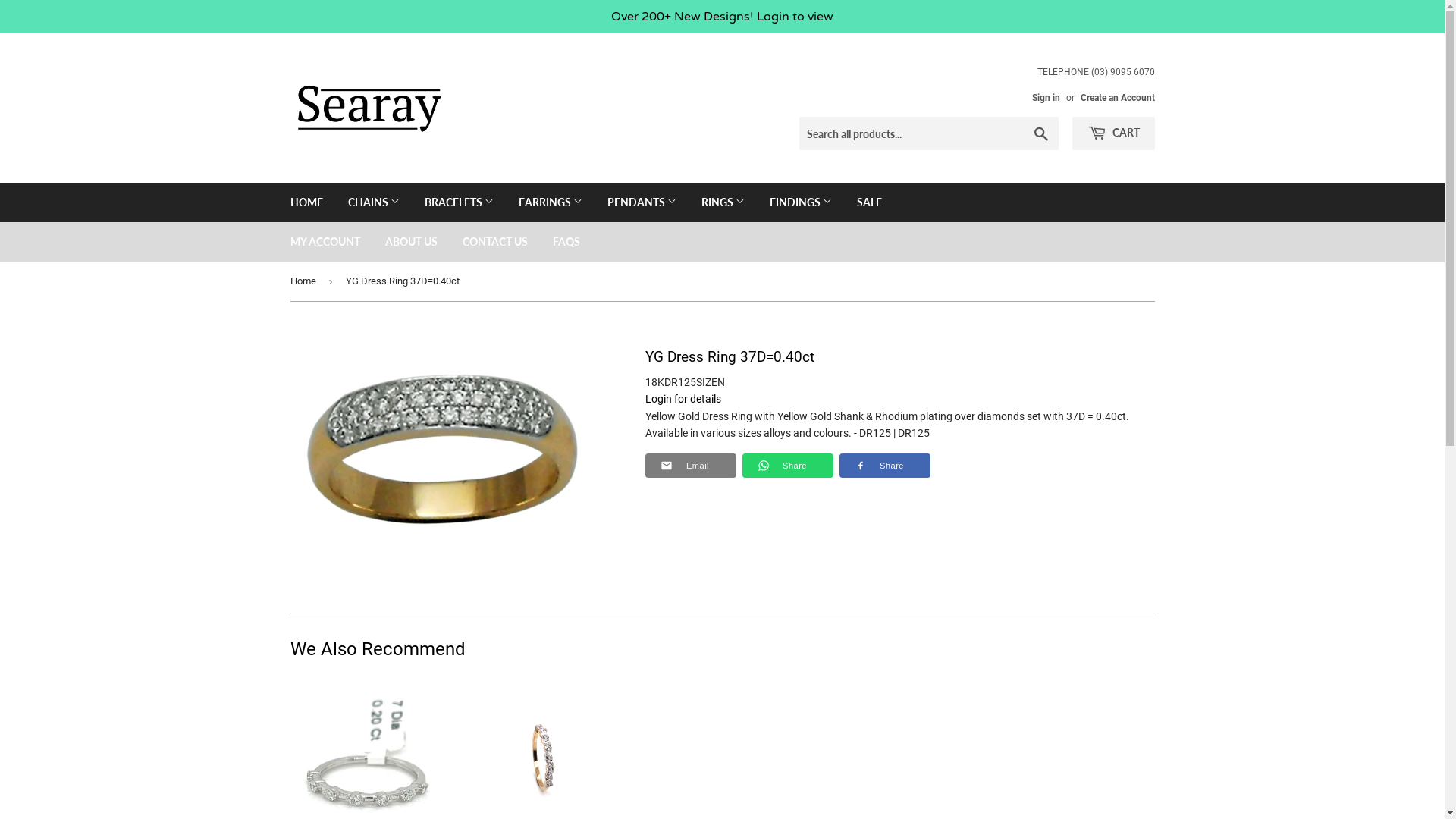 The height and width of the screenshot is (819, 1456). What do you see at coordinates (1044, 97) in the screenshot?
I see `'Sign in'` at bounding box center [1044, 97].